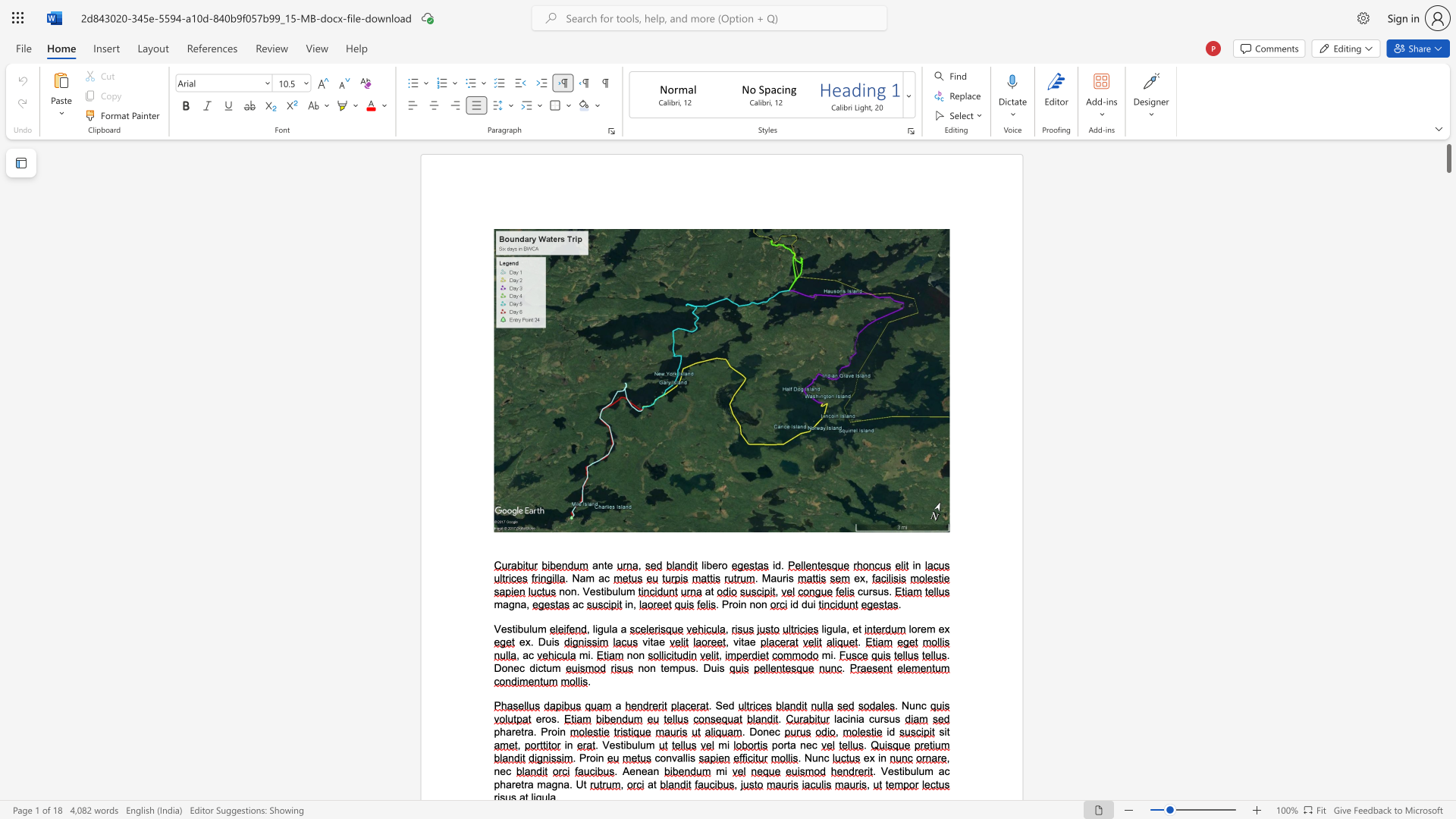  Describe the element at coordinates (643, 744) in the screenshot. I see `the 2th character "u" in the text` at that location.